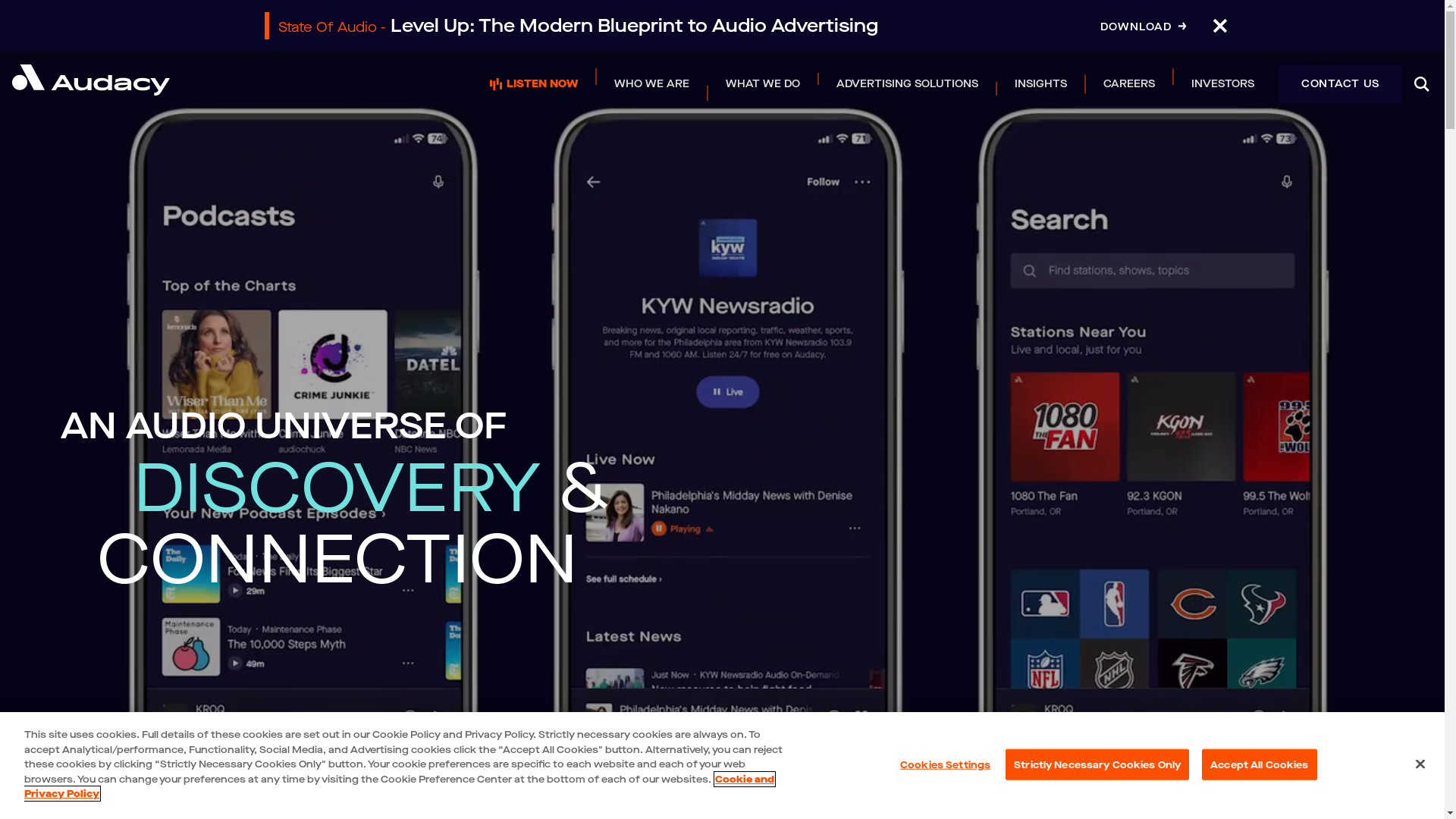  I want to click on 'ADVERTISING SOLUTIONS', so click(907, 83).